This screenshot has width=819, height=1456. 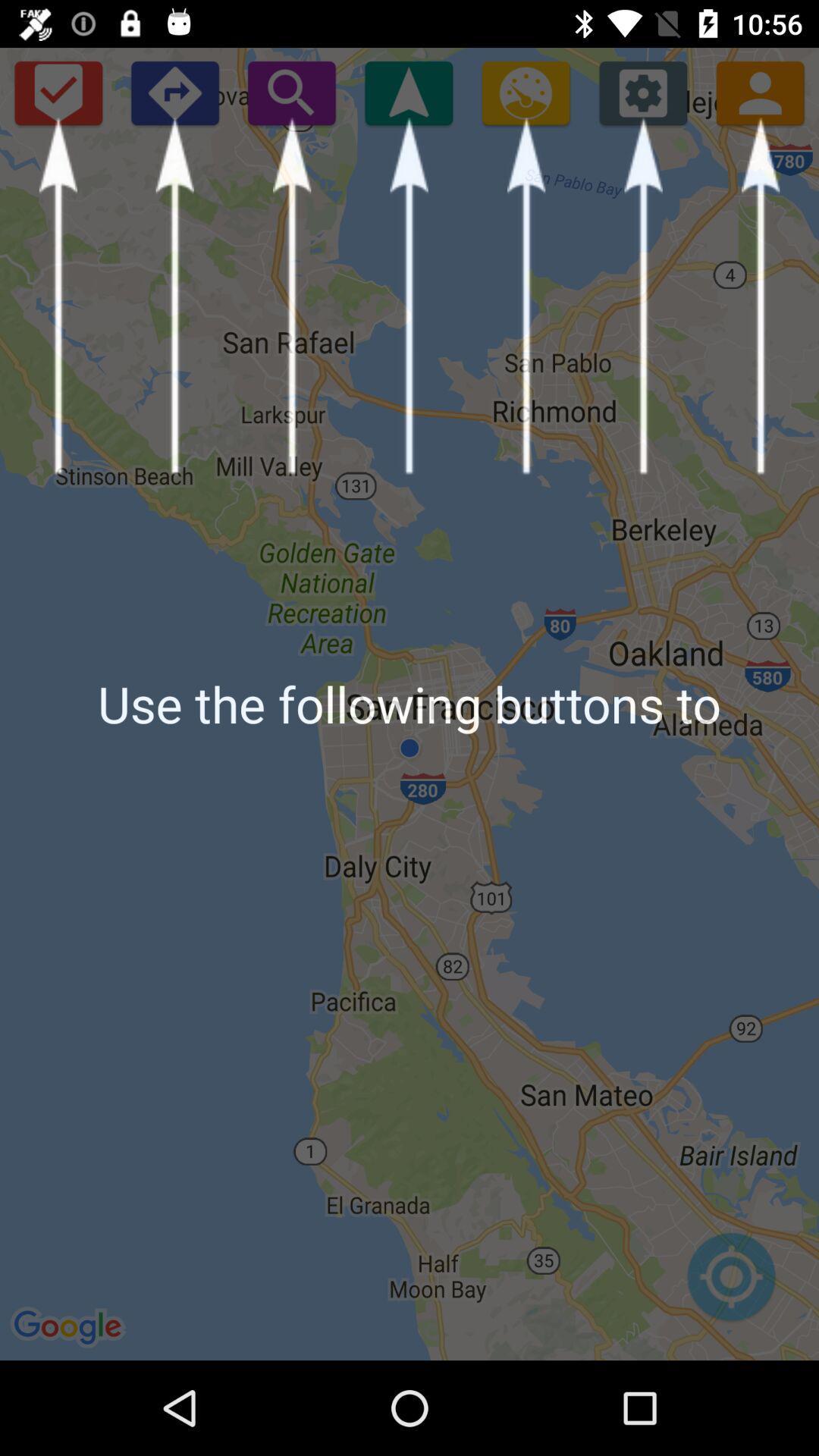 I want to click on show people, so click(x=760, y=92).